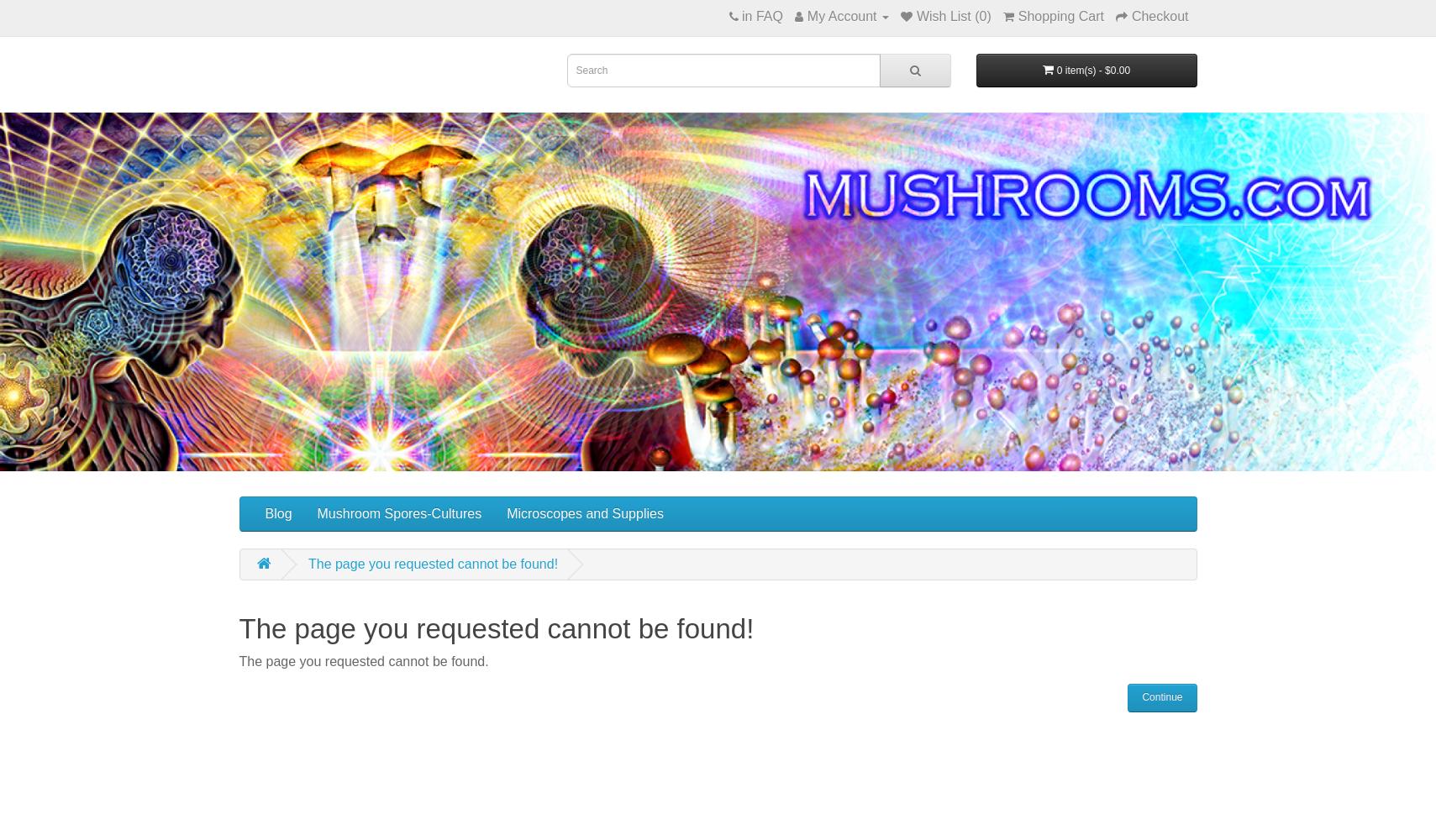  What do you see at coordinates (584, 512) in the screenshot?
I see `'Microscopes and Supplies'` at bounding box center [584, 512].